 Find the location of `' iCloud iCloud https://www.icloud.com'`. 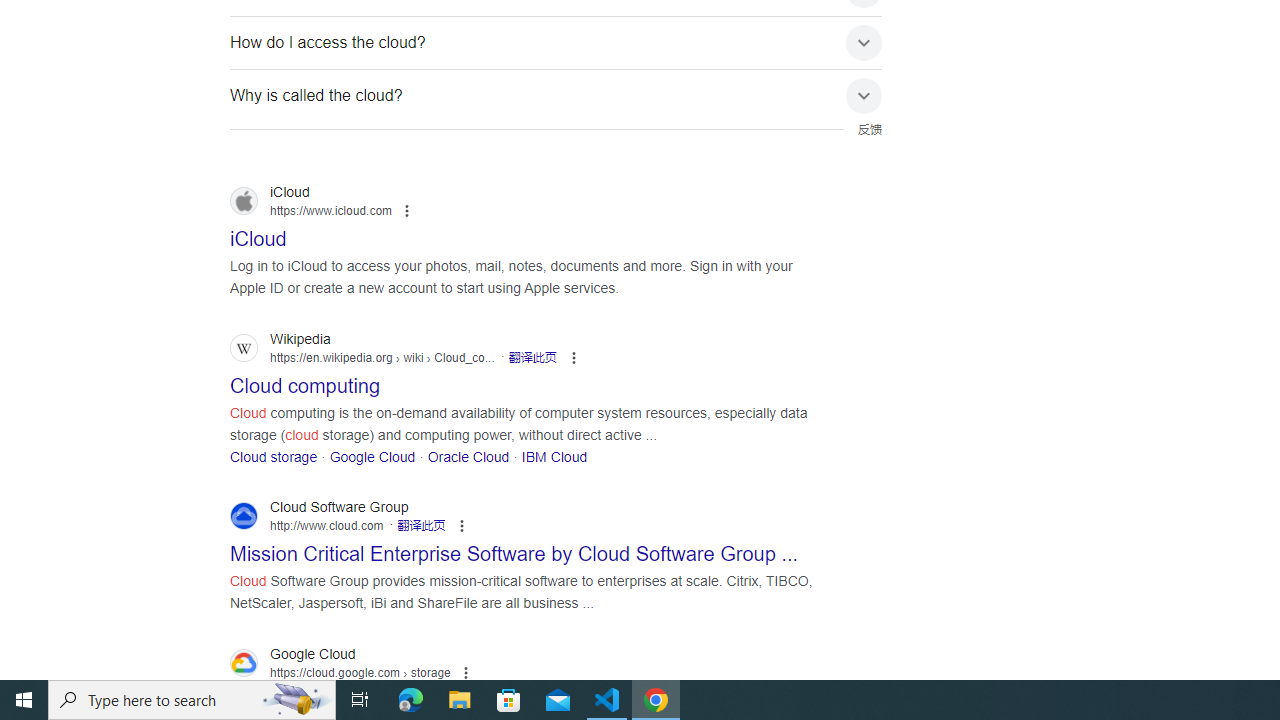

' iCloud iCloud https://www.icloud.com' is located at coordinates (257, 232).